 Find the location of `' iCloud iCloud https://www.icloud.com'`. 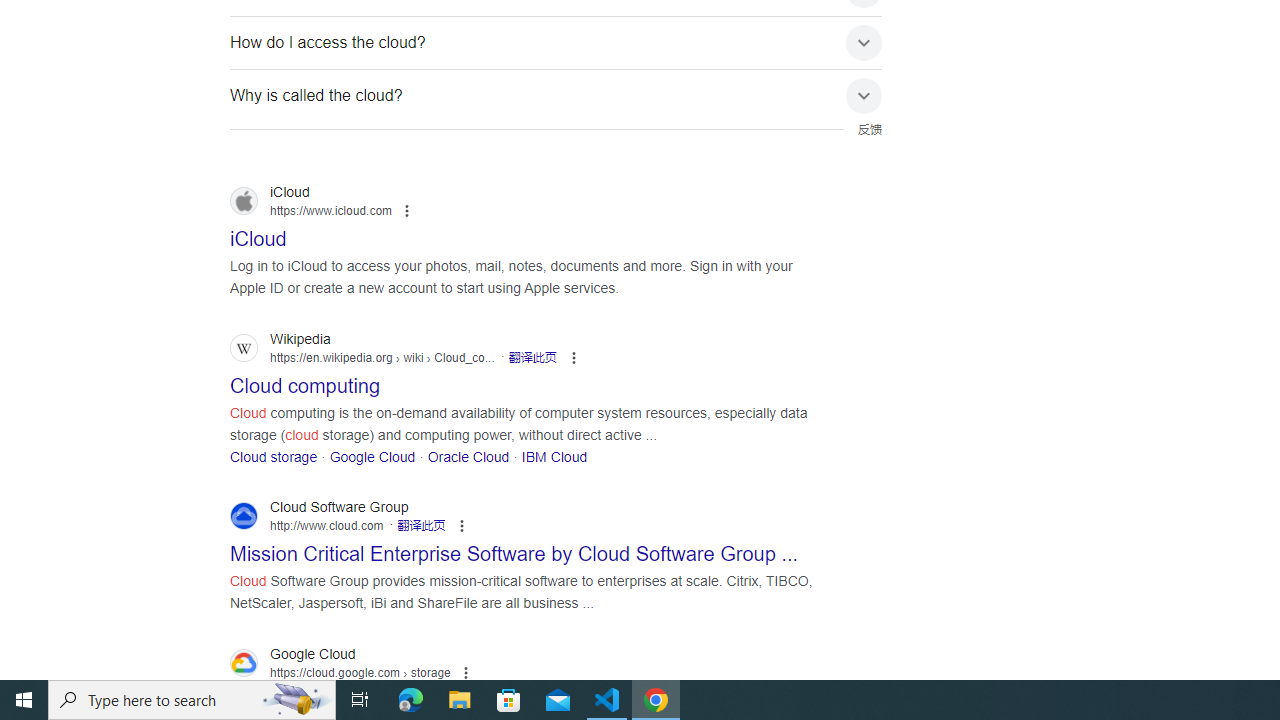

' iCloud iCloud https://www.icloud.com' is located at coordinates (257, 232).